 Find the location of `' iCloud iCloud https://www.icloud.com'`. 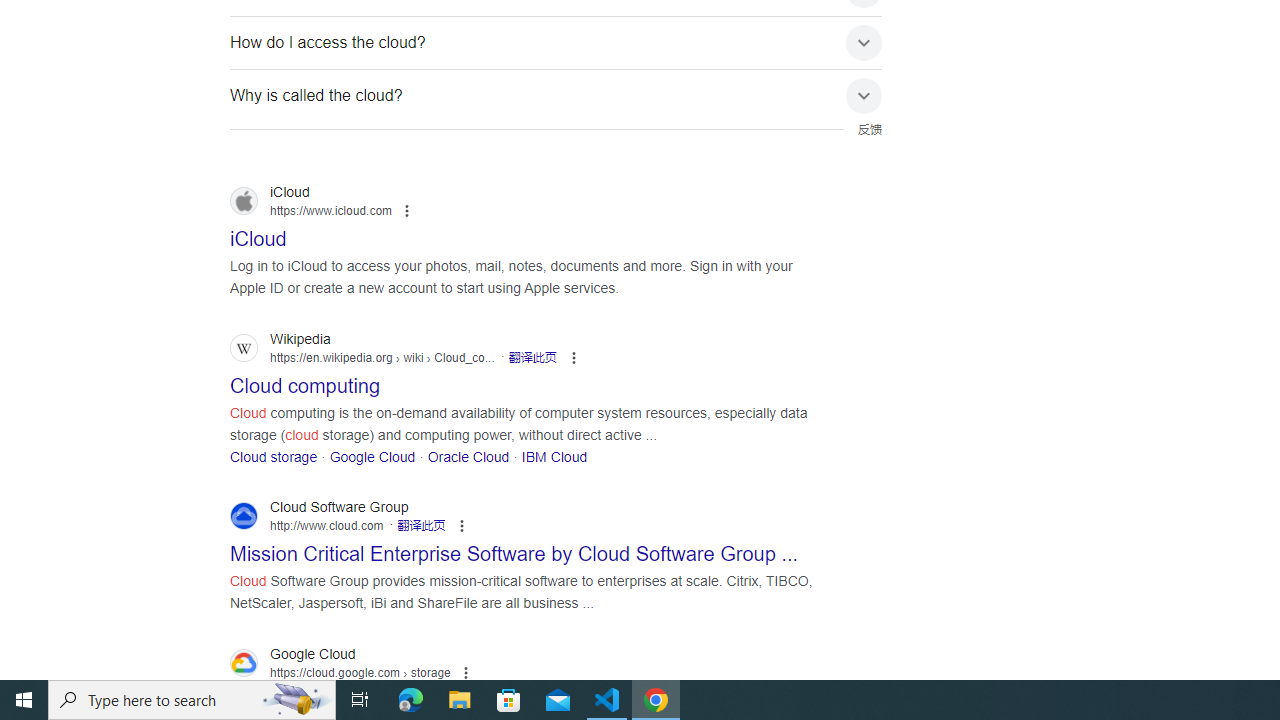

' iCloud iCloud https://www.icloud.com' is located at coordinates (257, 232).